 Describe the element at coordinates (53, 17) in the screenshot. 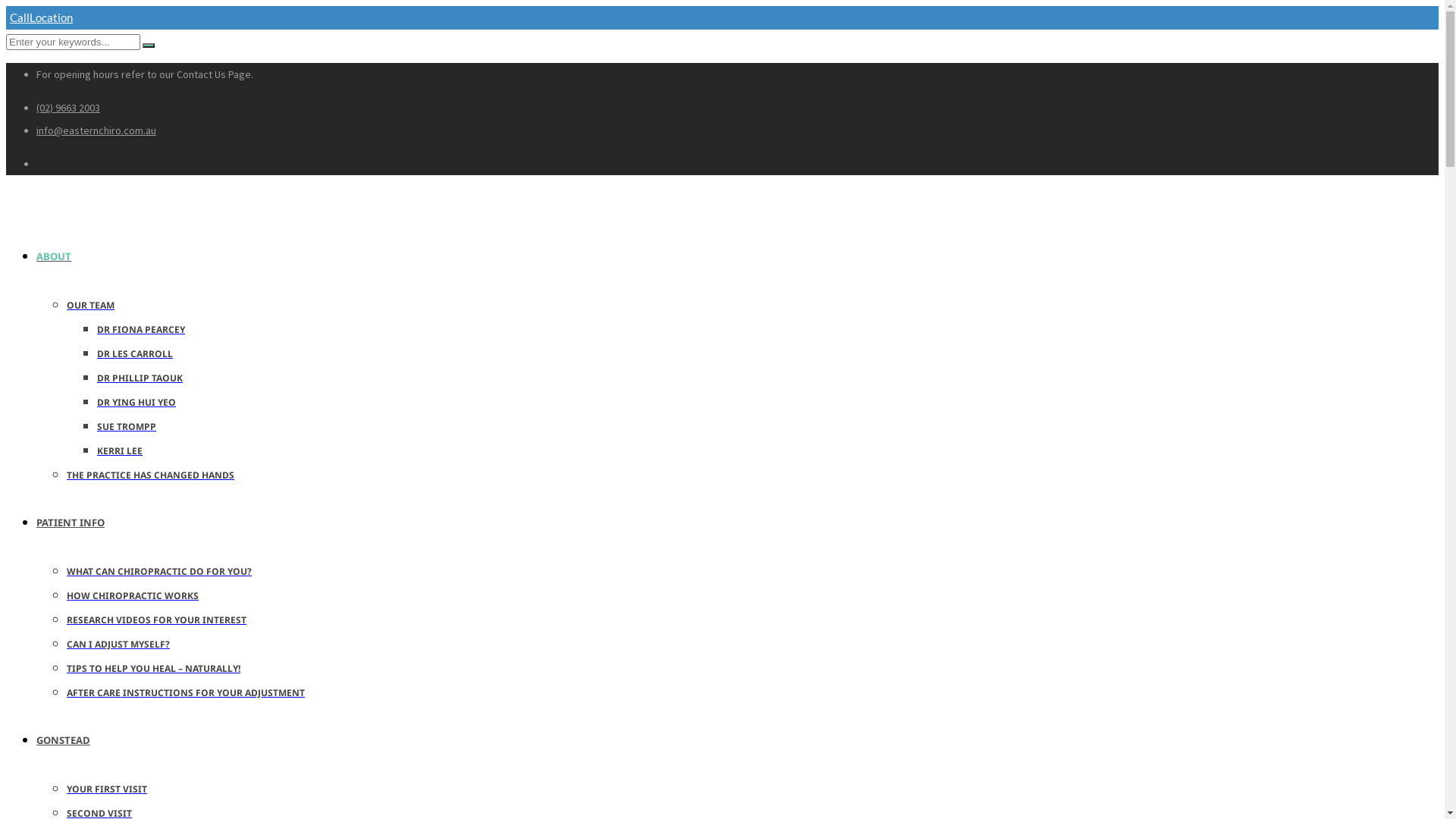

I see `'Location'` at that location.